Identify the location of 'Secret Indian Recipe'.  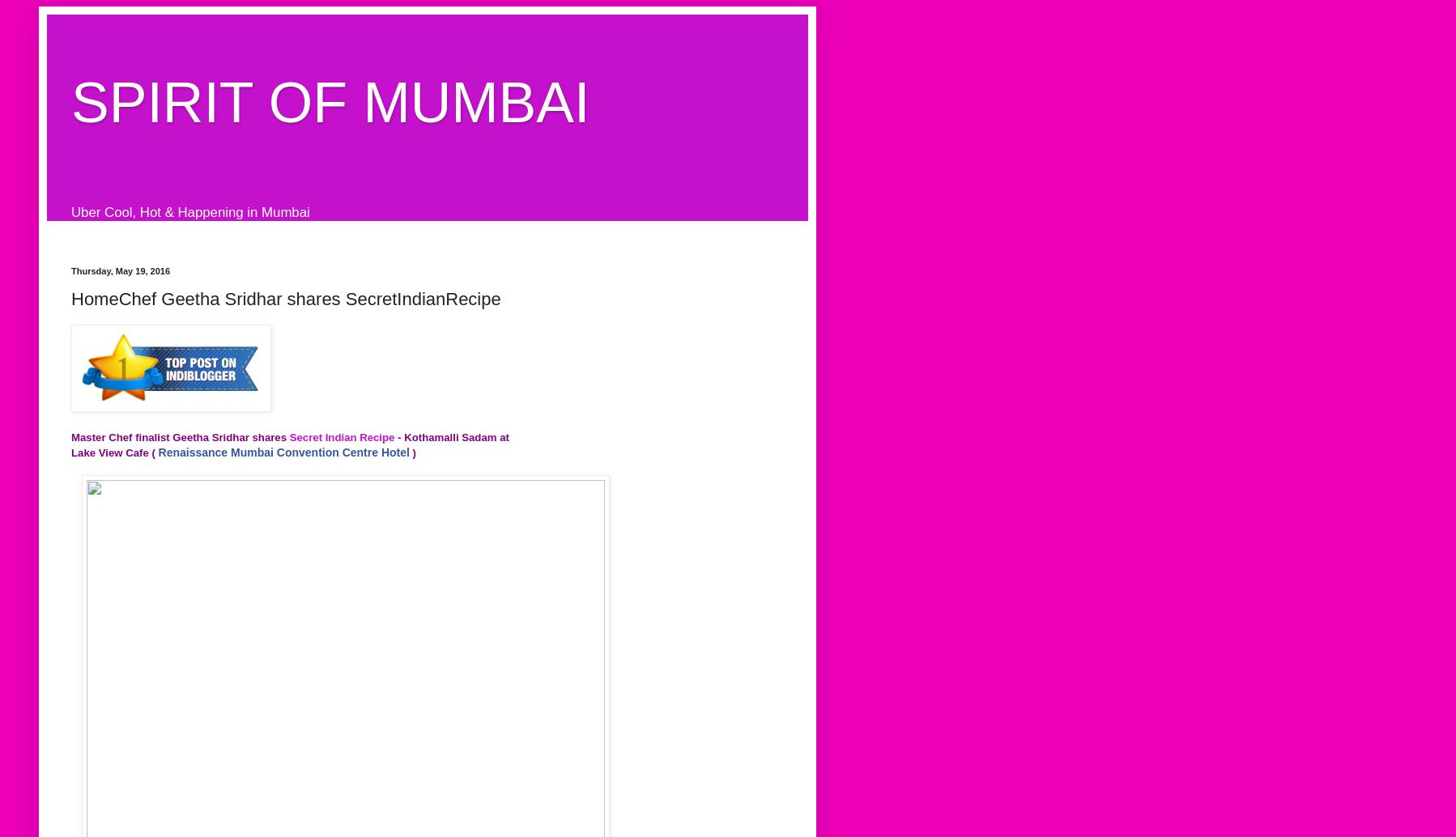
(288, 436).